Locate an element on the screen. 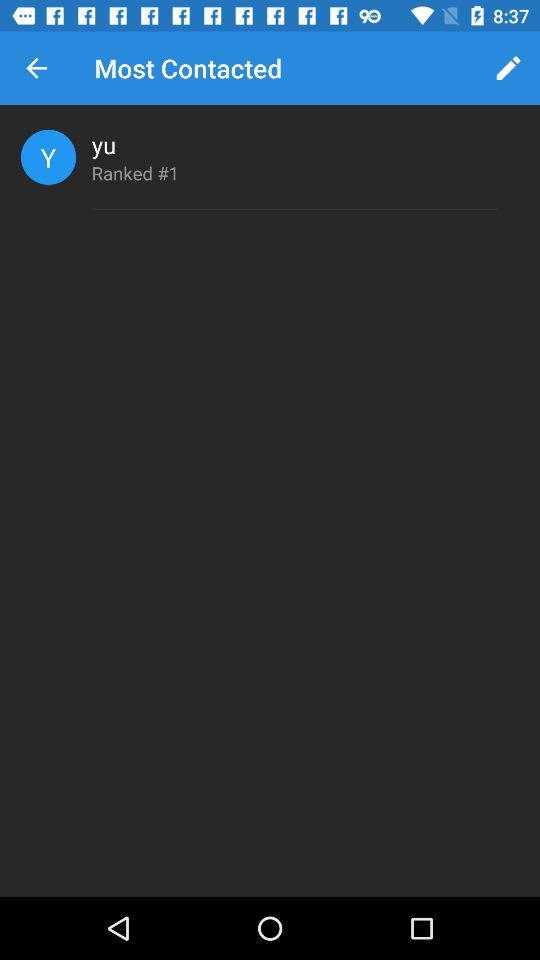 Image resolution: width=540 pixels, height=960 pixels. yu icon is located at coordinates (104, 143).